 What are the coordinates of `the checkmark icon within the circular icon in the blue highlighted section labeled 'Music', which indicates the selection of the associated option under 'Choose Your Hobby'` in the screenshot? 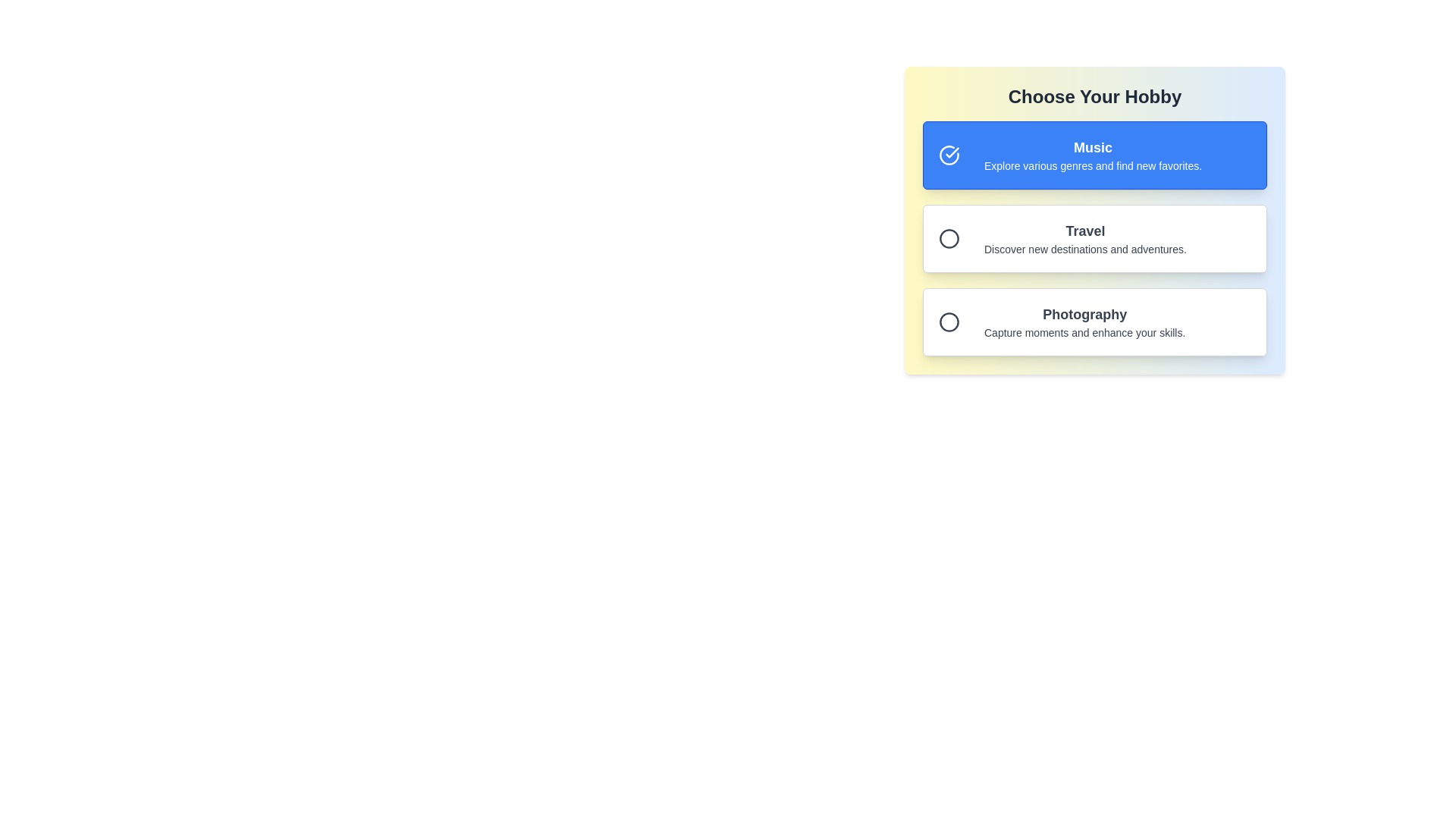 It's located at (952, 152).